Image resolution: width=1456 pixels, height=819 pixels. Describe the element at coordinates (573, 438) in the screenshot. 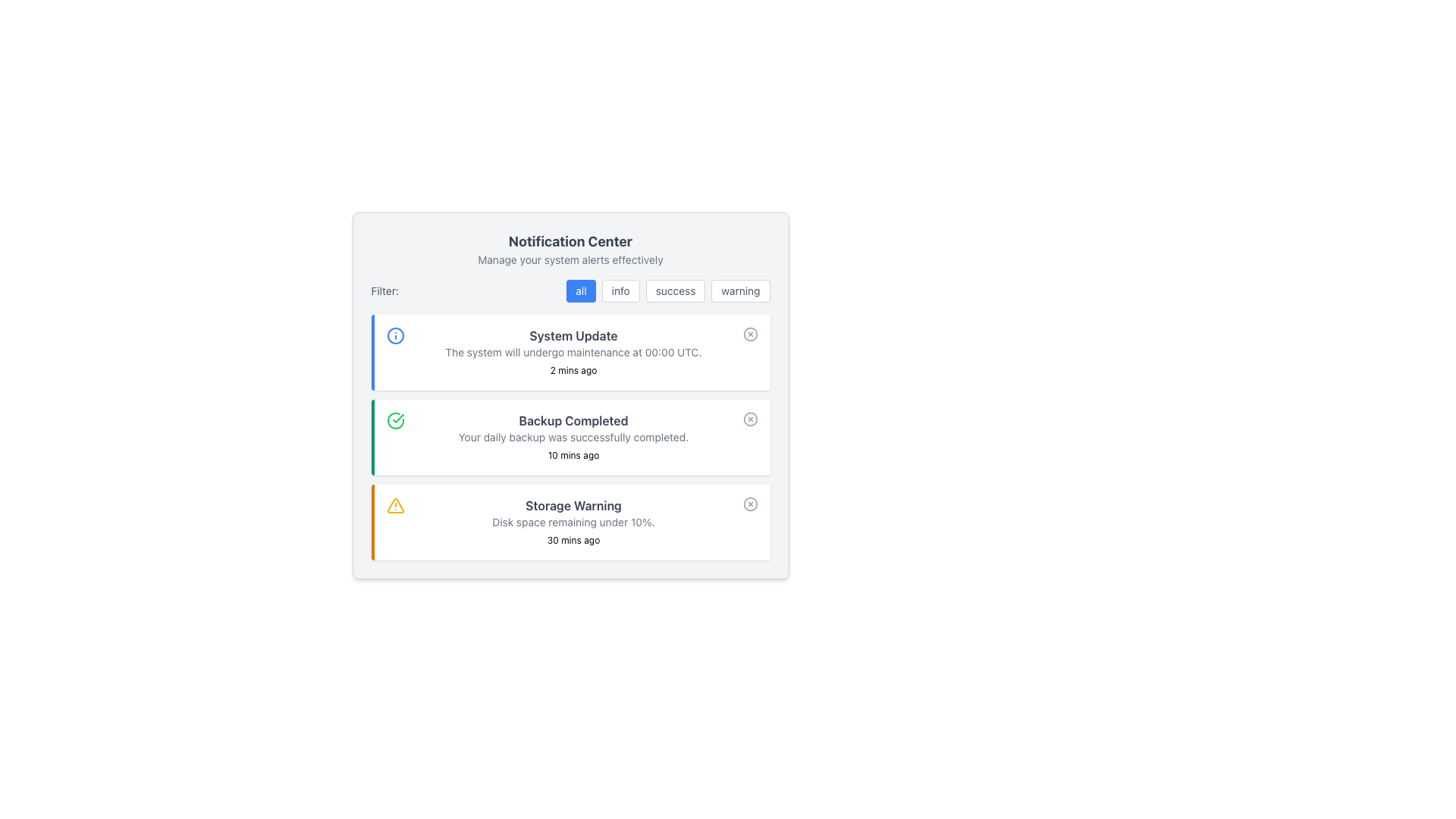

I see `the second notification item in the notification center that indicates the successful completion of a daily backup process, which is styled with a green left border` at that location.